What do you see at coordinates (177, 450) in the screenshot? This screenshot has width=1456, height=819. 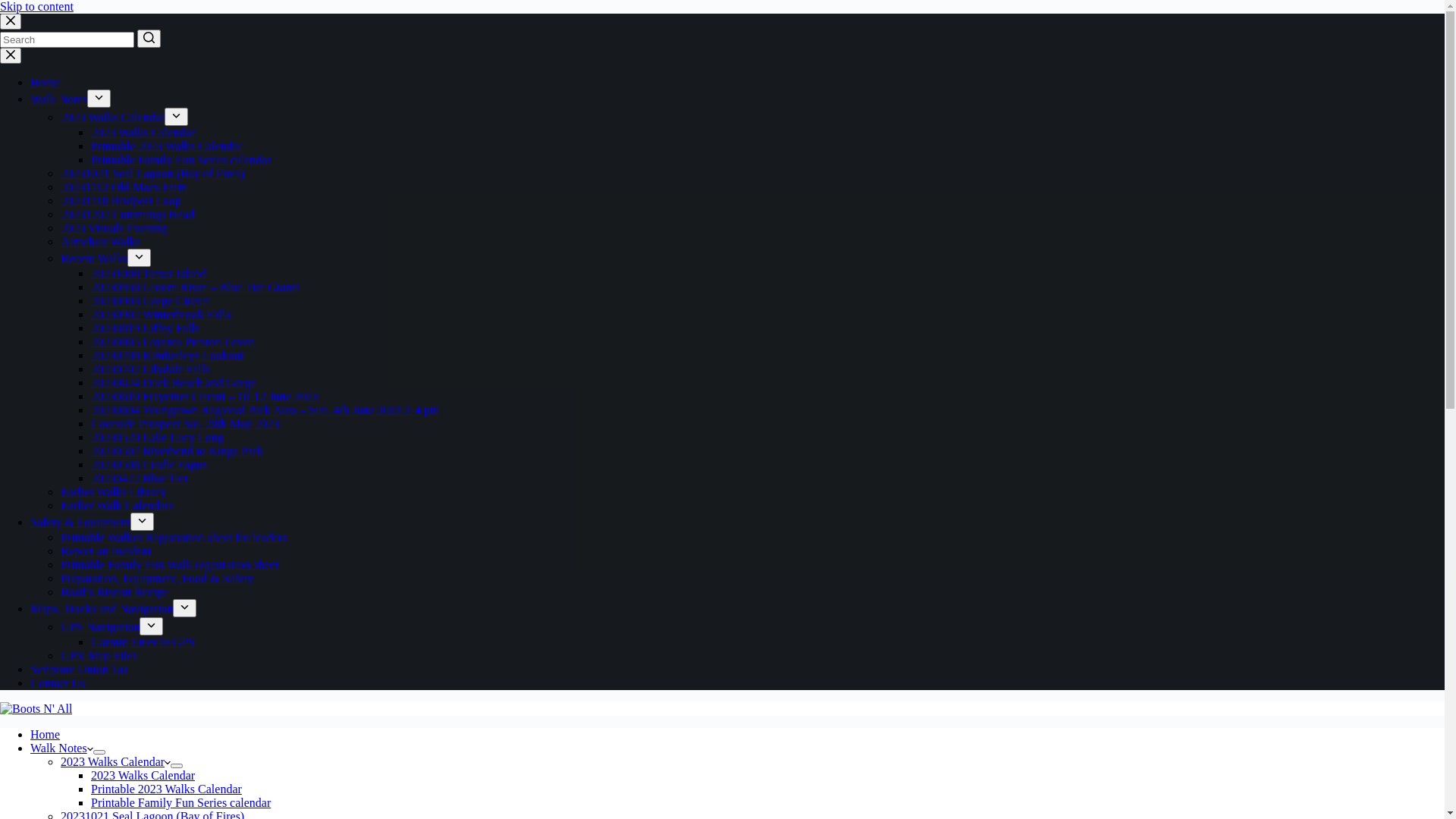 I see `'20230507 Riverbend to Kings Park'` at bounding box center [177, 450].